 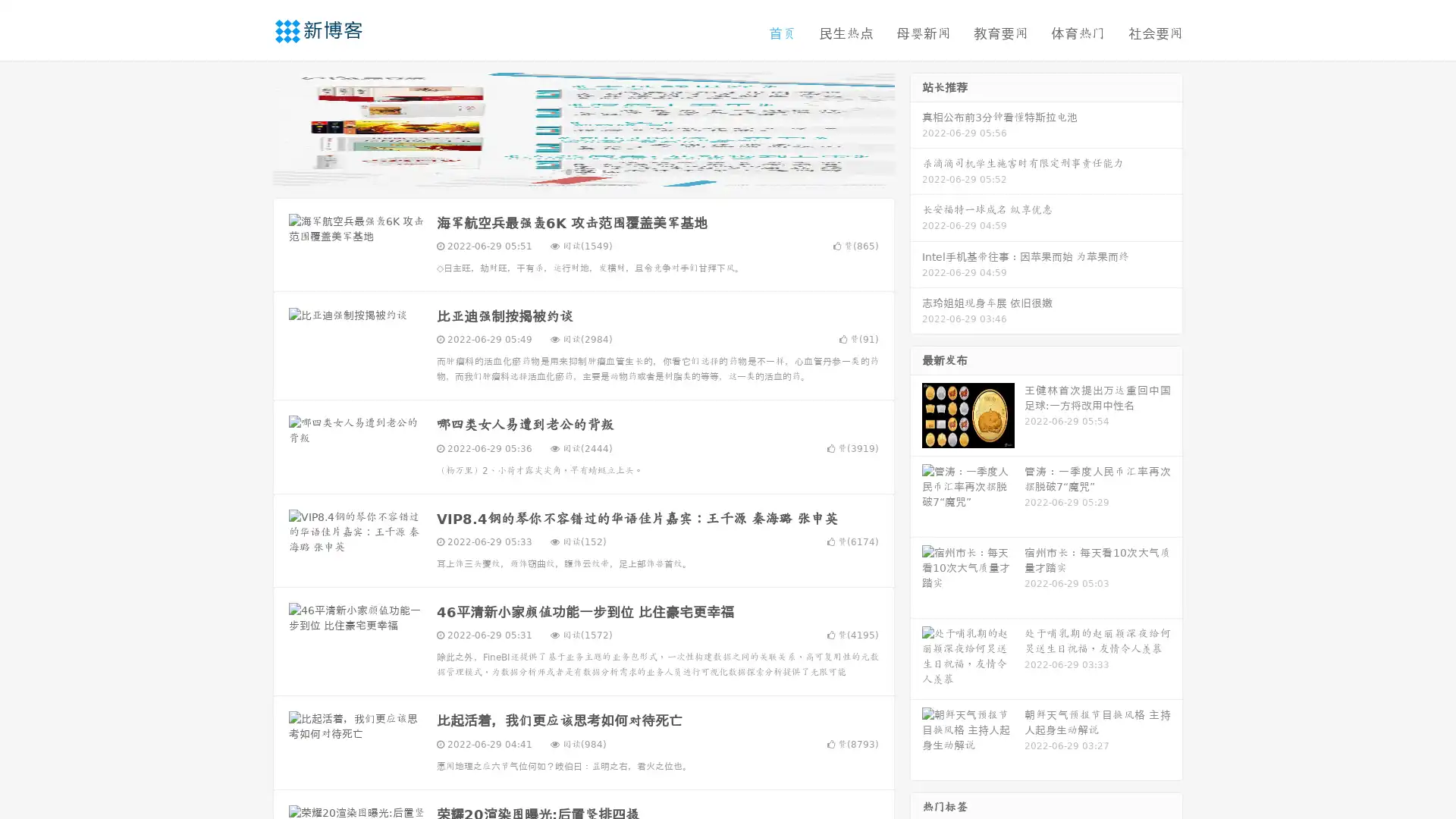 I want to click on Go to slide 1, so click(x=567, y=171).